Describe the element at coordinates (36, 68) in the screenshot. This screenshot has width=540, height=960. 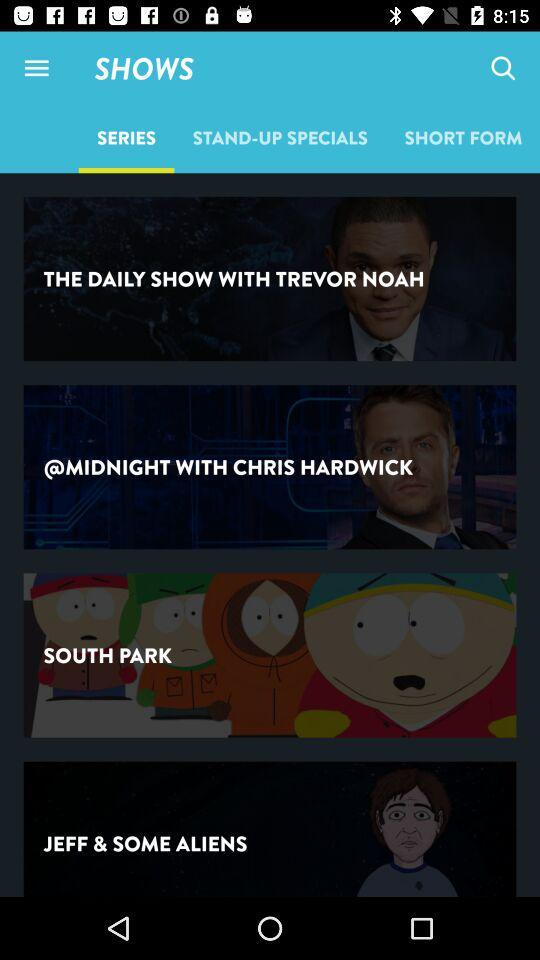
I see `item above series` at that location.